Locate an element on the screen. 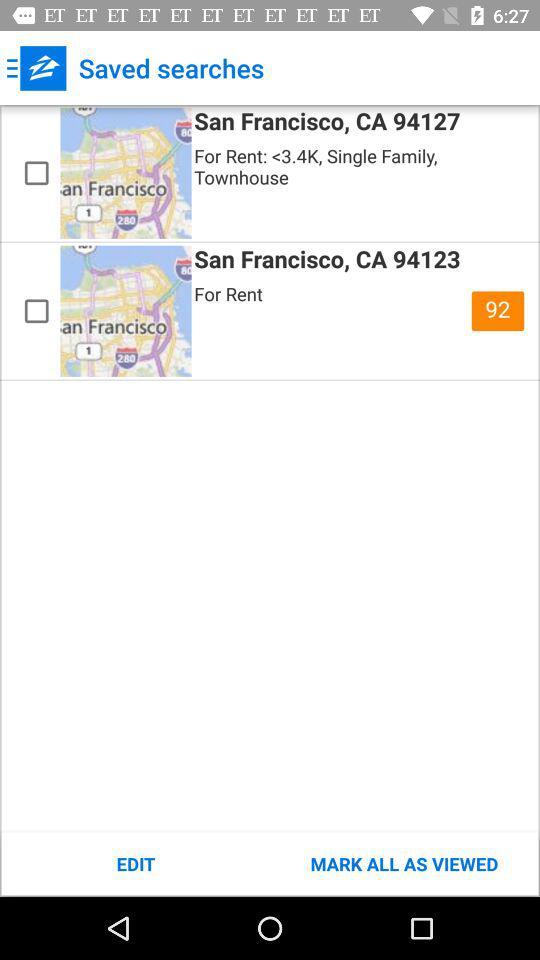 The image size is (540, 960). click the check box is located at coordinates (36, 311).